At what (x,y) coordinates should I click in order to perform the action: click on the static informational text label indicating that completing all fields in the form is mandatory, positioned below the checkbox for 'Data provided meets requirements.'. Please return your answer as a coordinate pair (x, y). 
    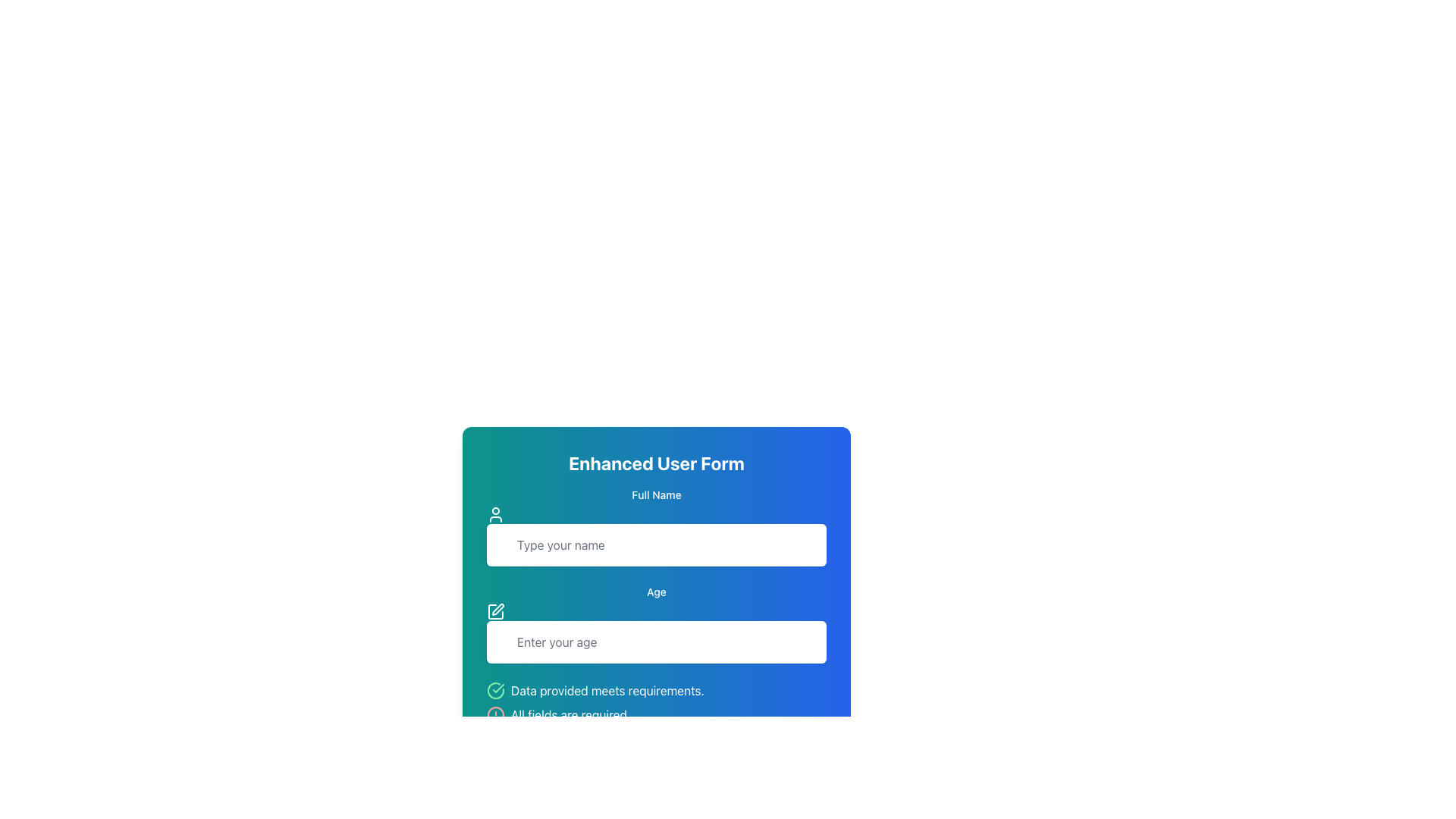
    Looking at the image, I should click on (570, 714).